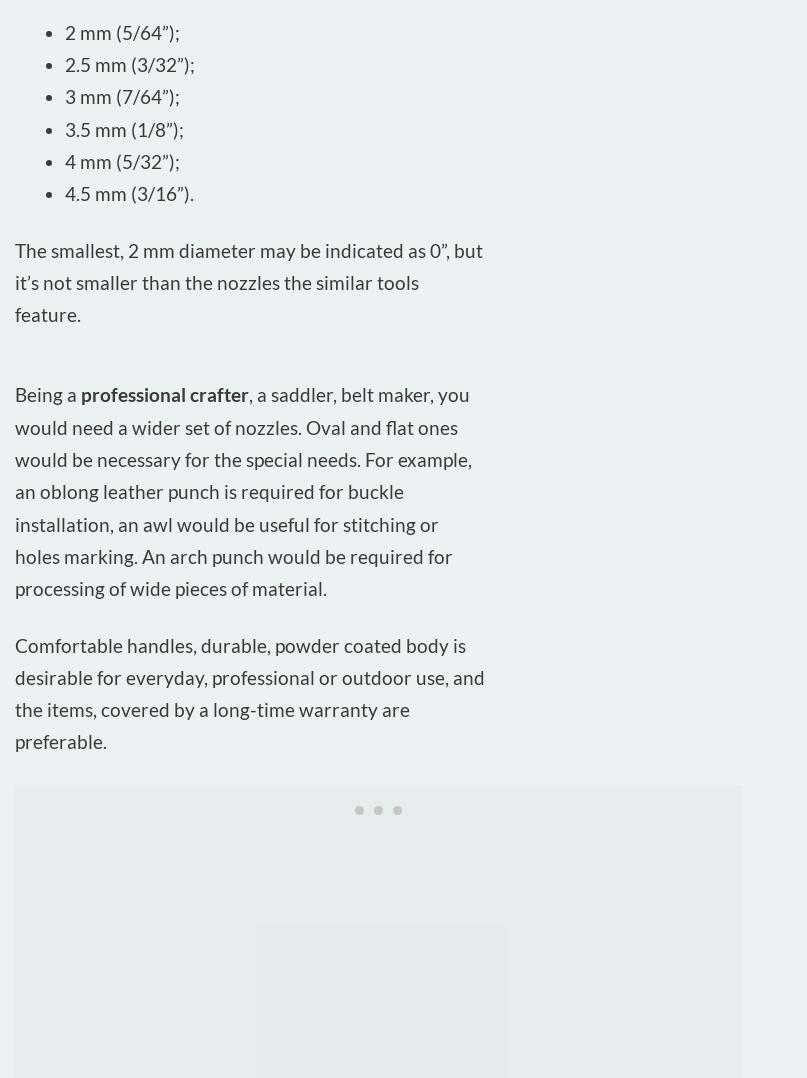 This screenshot has height=1078, width=807. What do you see at coordinates (48, 393) in the screenshot?
I see `'Being a'` at bounding box center [48, 393].